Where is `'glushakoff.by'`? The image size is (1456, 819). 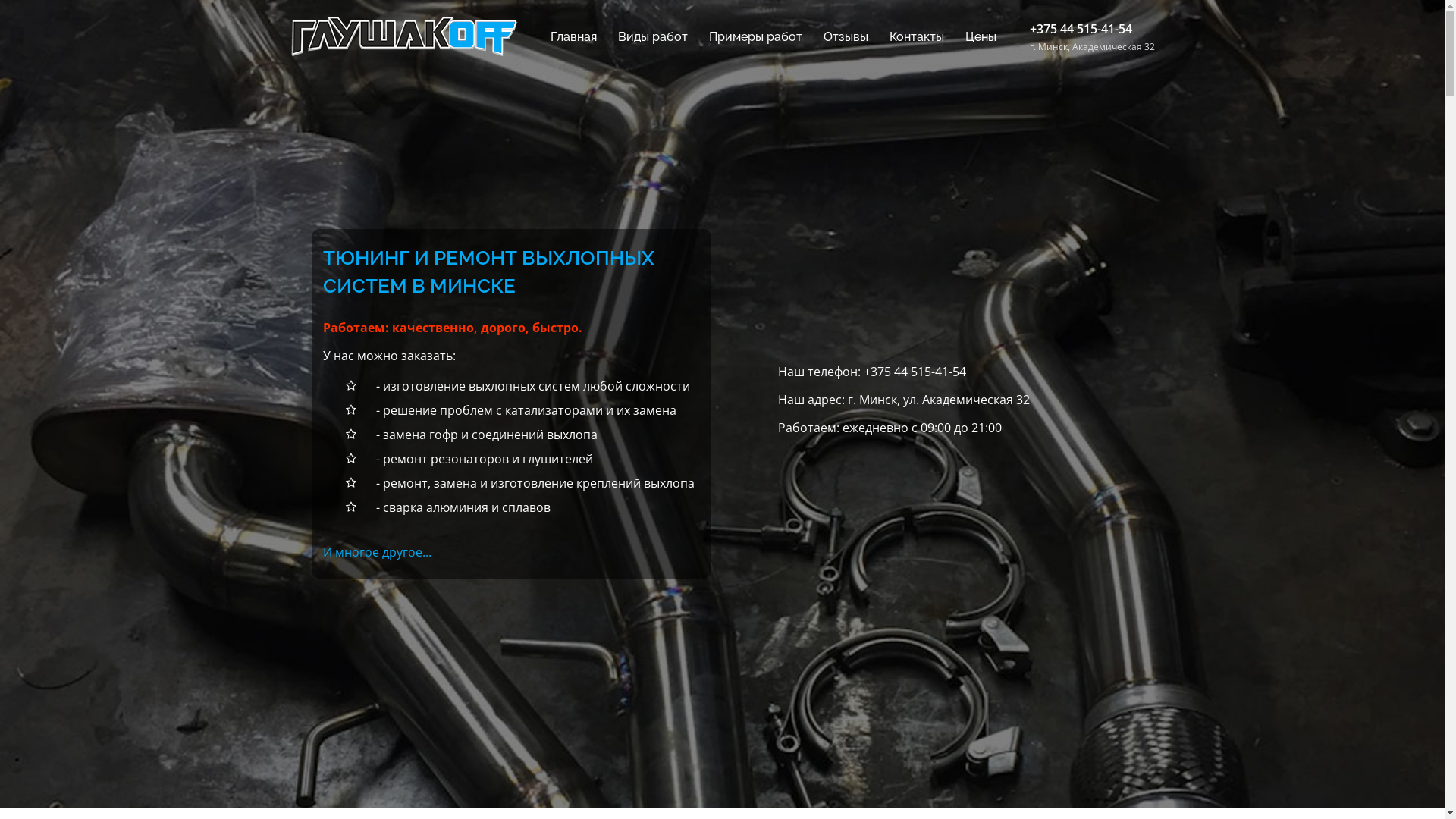 'glushakoff.by' is located at coordinates (403, 34).